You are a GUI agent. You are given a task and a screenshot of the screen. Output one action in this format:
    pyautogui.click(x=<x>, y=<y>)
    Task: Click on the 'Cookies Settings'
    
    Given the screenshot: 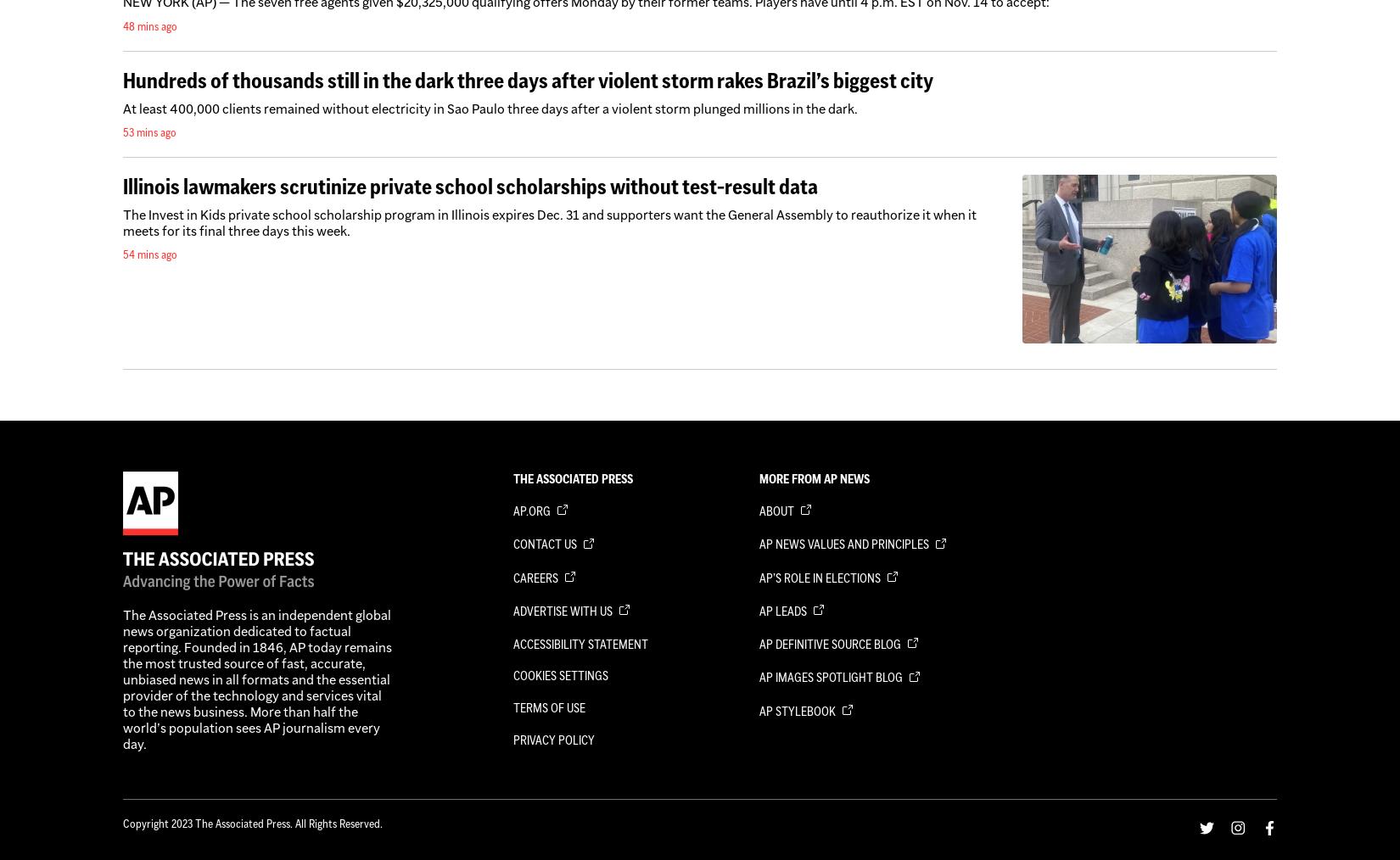 What is the action you would take?
    pyautogui.click(x=559, y=676)
    